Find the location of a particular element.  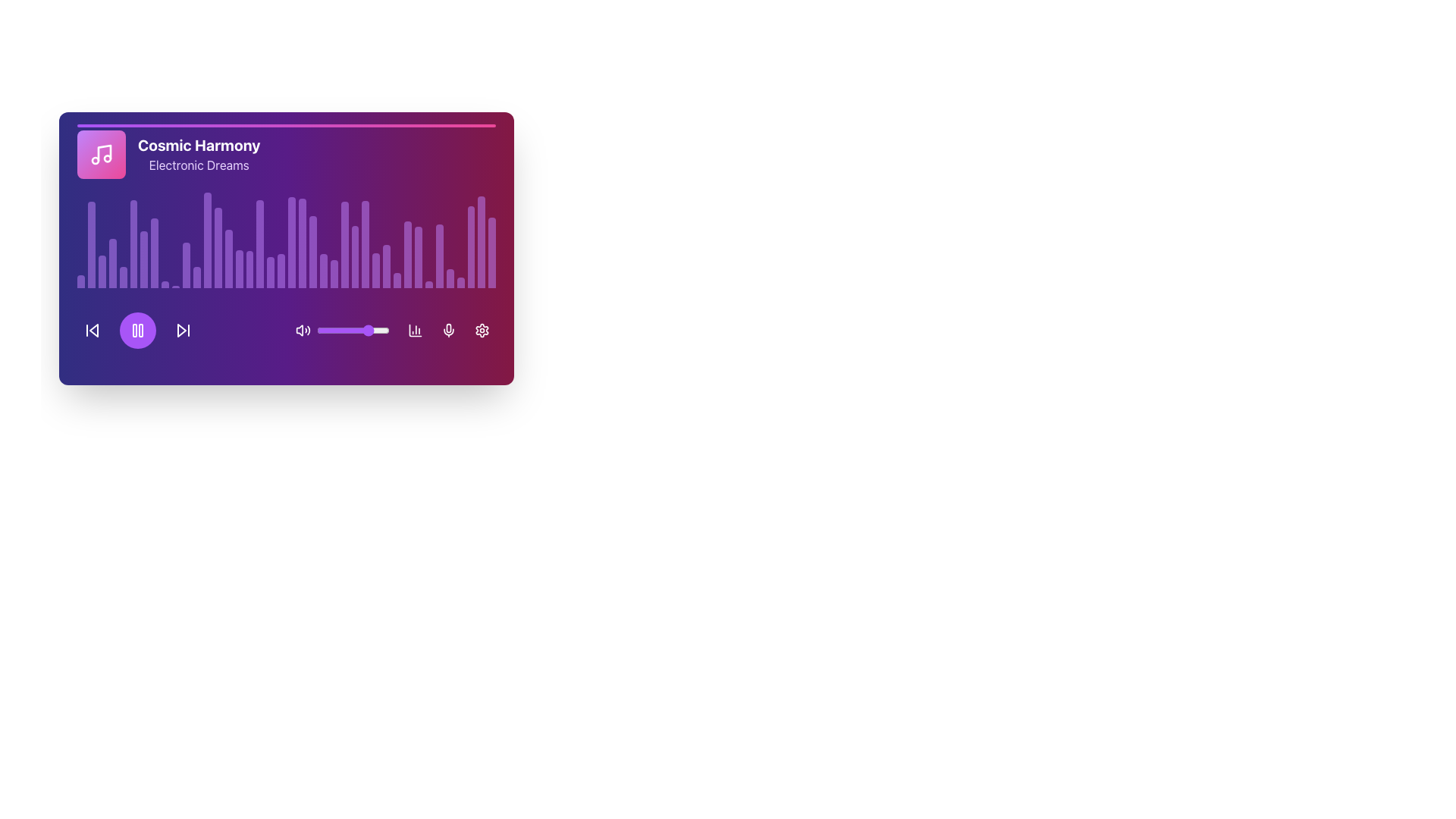

the small, light purple rectangular bar with rounded top corners, which is the thirty-second in a horizontal group of similar bars, located near the bottom right of the visualization component is located at coordinates (428, 284).